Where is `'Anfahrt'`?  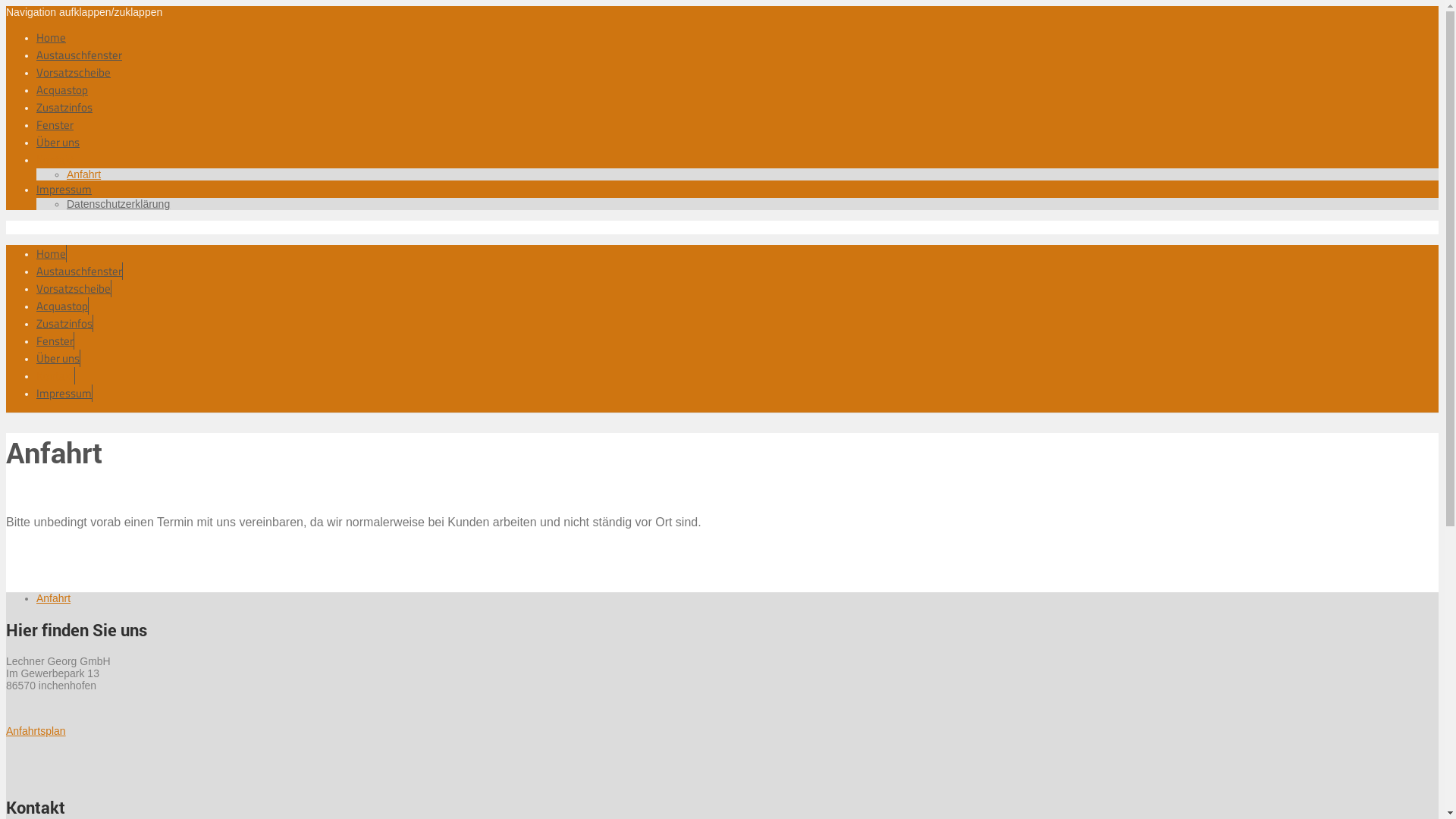 'Anfahrt' is located at coordinates (53, 598).